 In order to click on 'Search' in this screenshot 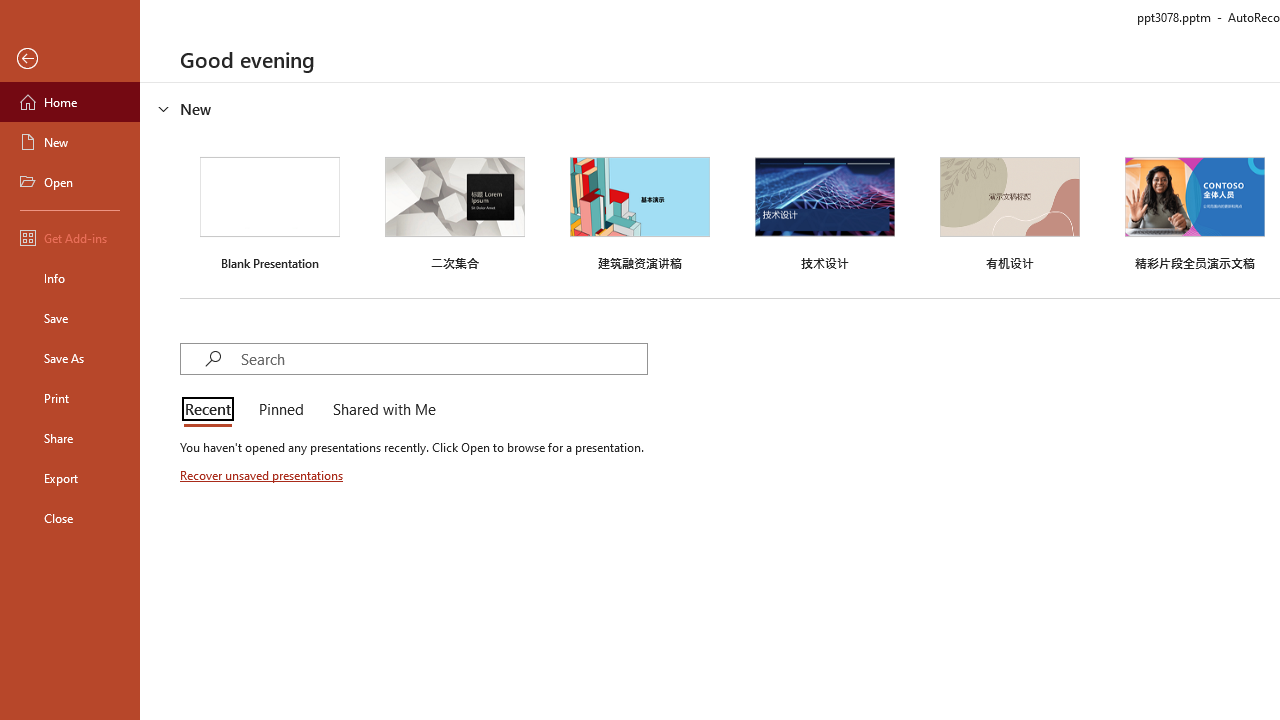, I will do `click(442, 357)`.